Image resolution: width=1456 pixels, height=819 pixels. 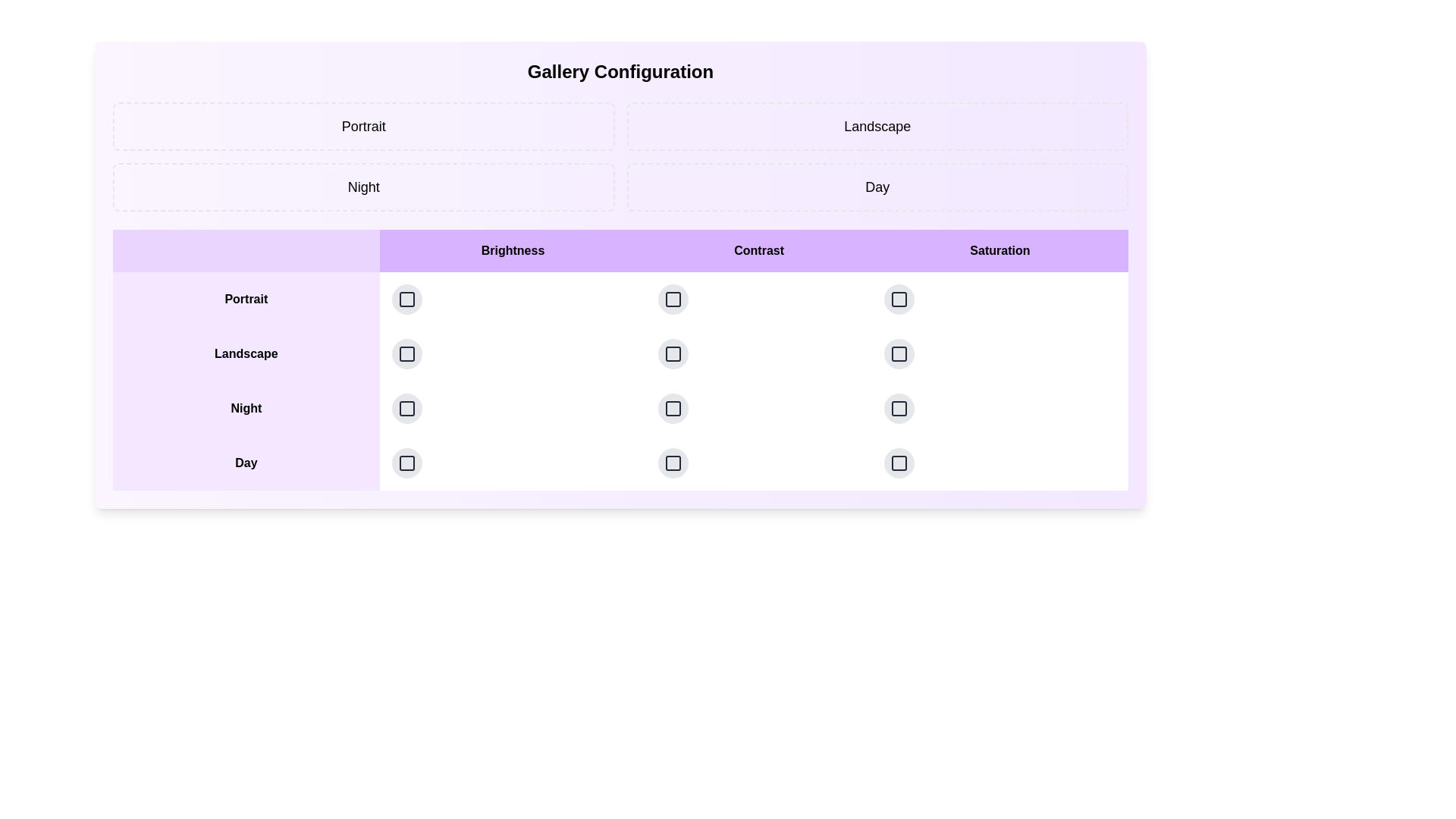 I want to click on the 'Day' option selector, which is the fourth rectangular option in a grid layout with a dashed border and light purple background, so click(x=877, y=186).